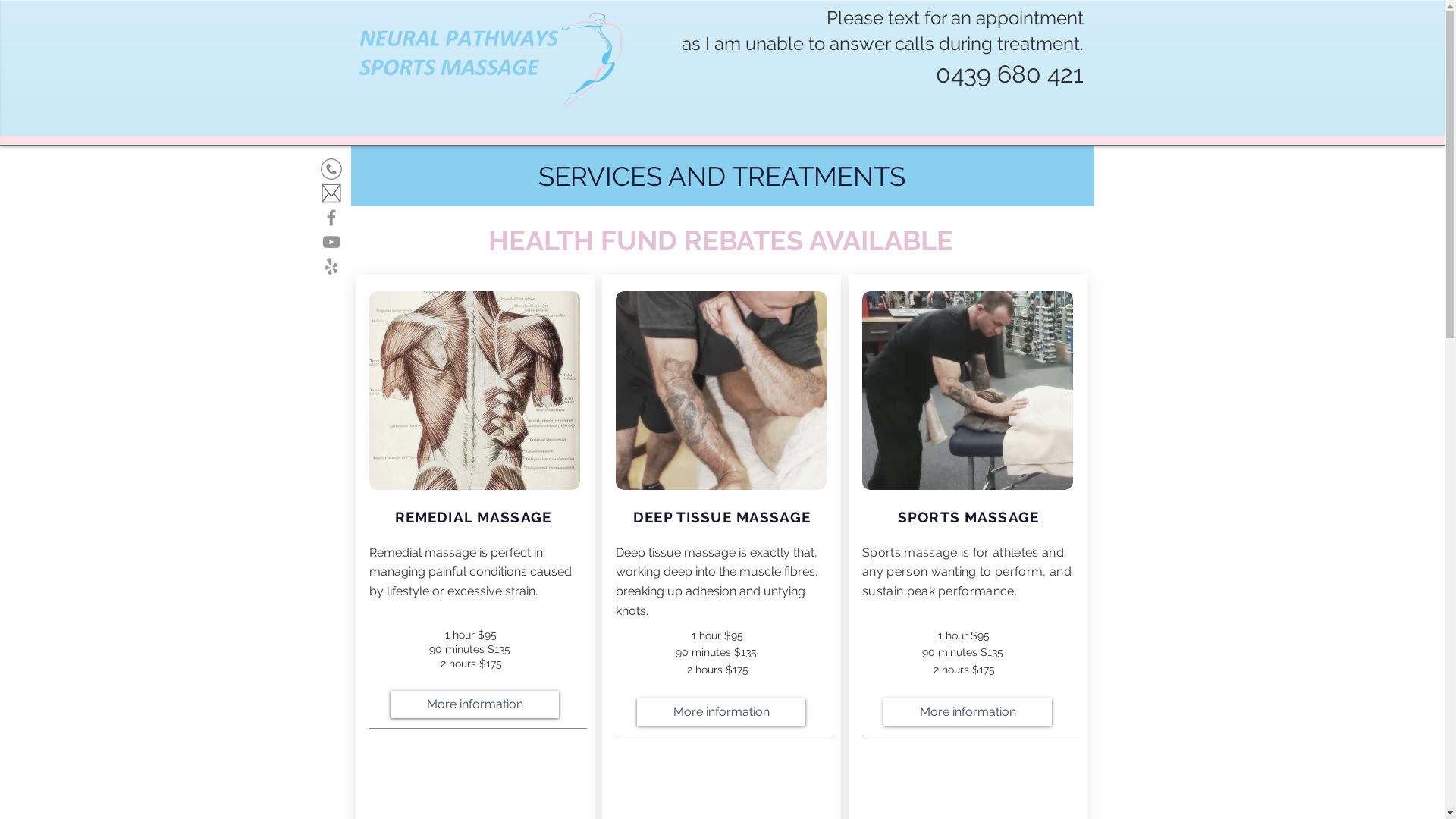 Image resolution: width=1456 pixels, height=819 pixels. Describe the element at coordinates (475, 516) in the screenshot. I see `'REMEDIAL MASSAGE '` at that location.